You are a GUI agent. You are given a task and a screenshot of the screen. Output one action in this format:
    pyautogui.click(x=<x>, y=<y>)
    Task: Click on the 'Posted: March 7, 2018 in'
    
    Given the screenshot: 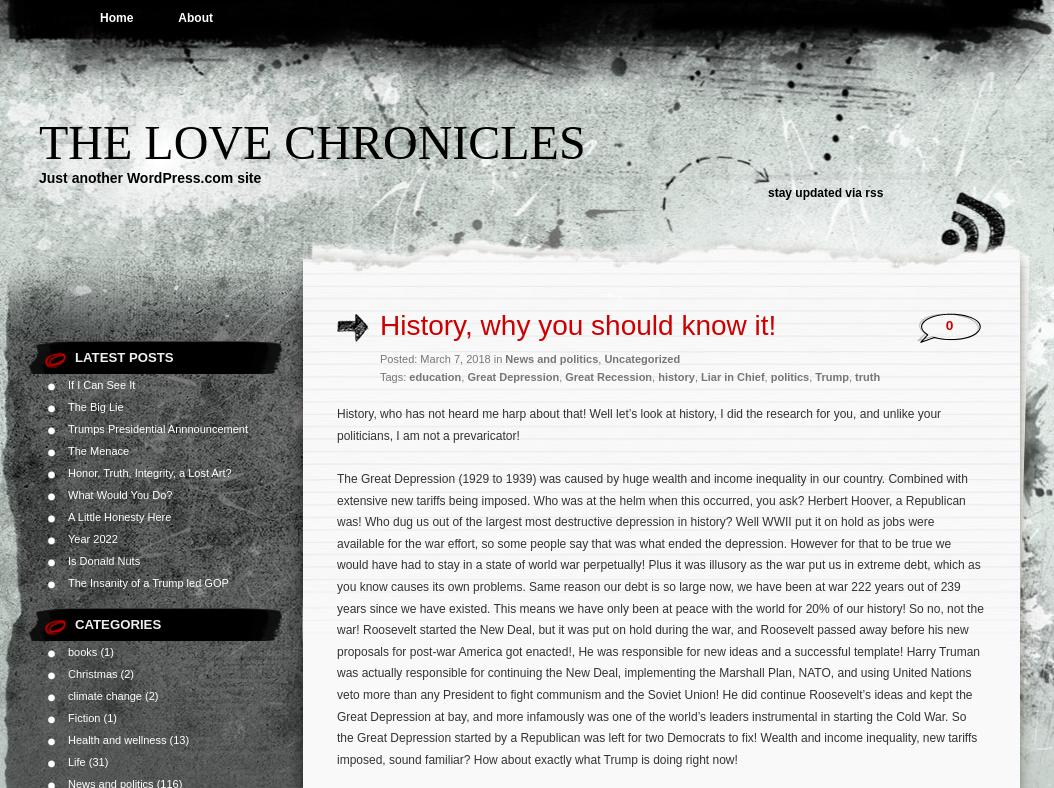 What is the action you would take?
    pyautogui.click(x=378, y=359)
    